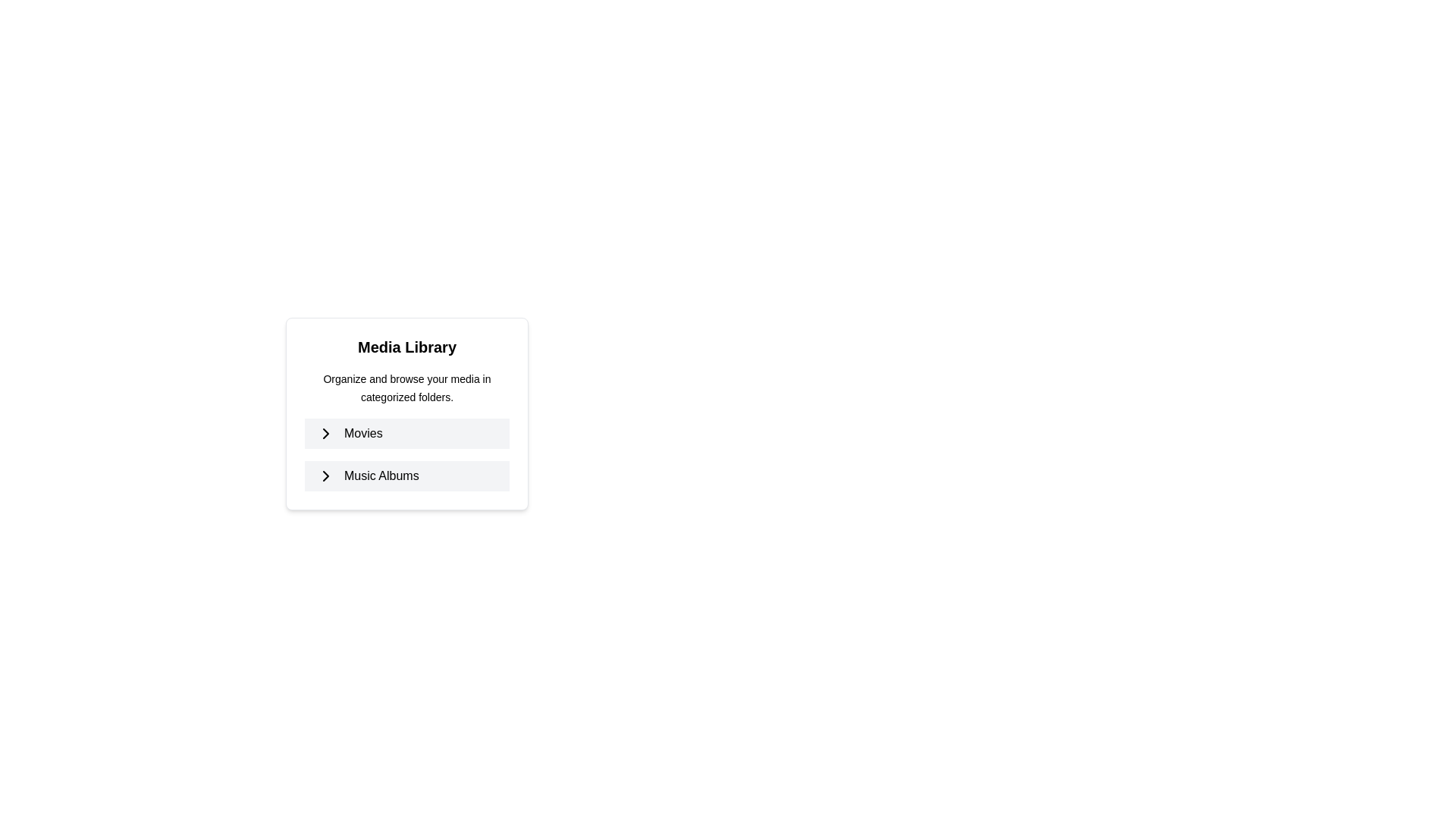  What do you see at coordinates (407, 414) in the screenshot?
I see `the titles in the 'Movies' or 'Music Albums' rows of the Media Library card element, which has a white background and shadowed borders` at bounding box center [407, 414].